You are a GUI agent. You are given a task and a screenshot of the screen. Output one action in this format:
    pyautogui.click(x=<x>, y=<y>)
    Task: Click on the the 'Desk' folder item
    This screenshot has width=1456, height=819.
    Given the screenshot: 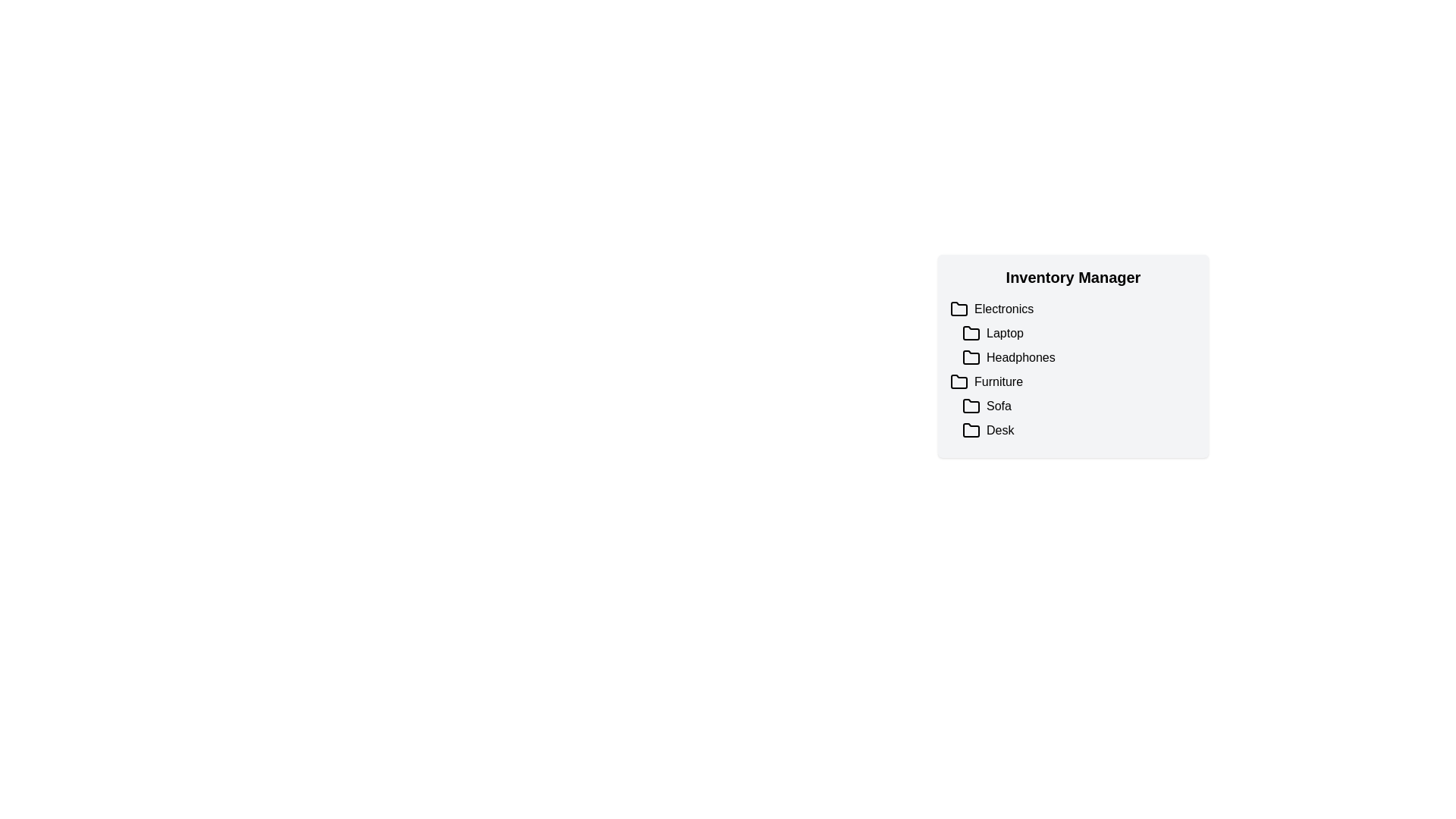 What is the action you would take?
    pyautogui.click(x=1078, y=430)
    